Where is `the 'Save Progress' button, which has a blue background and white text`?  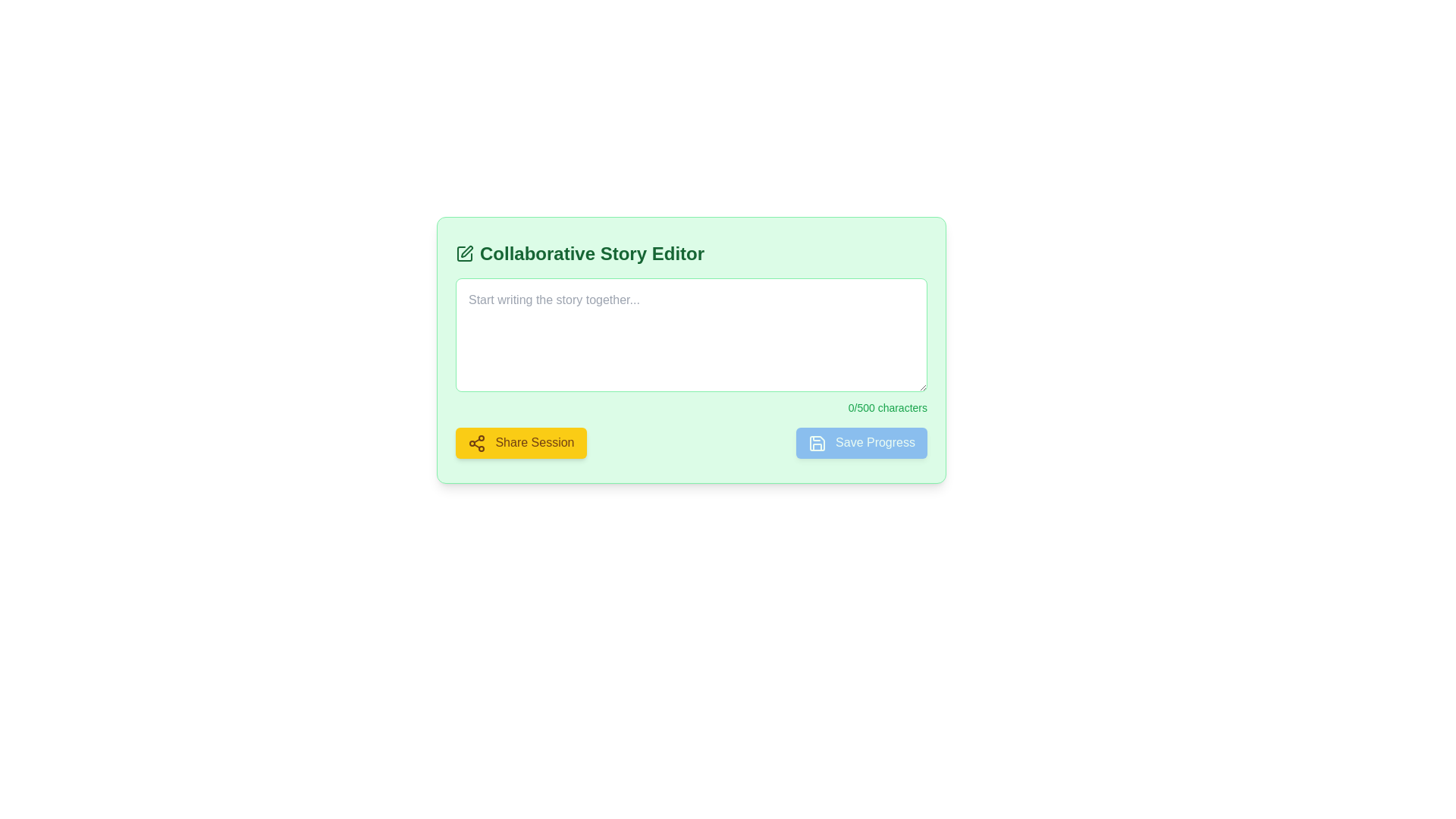 the 'Save Progress' button, which has a blue background and white text is located at coordinates (861, 443).